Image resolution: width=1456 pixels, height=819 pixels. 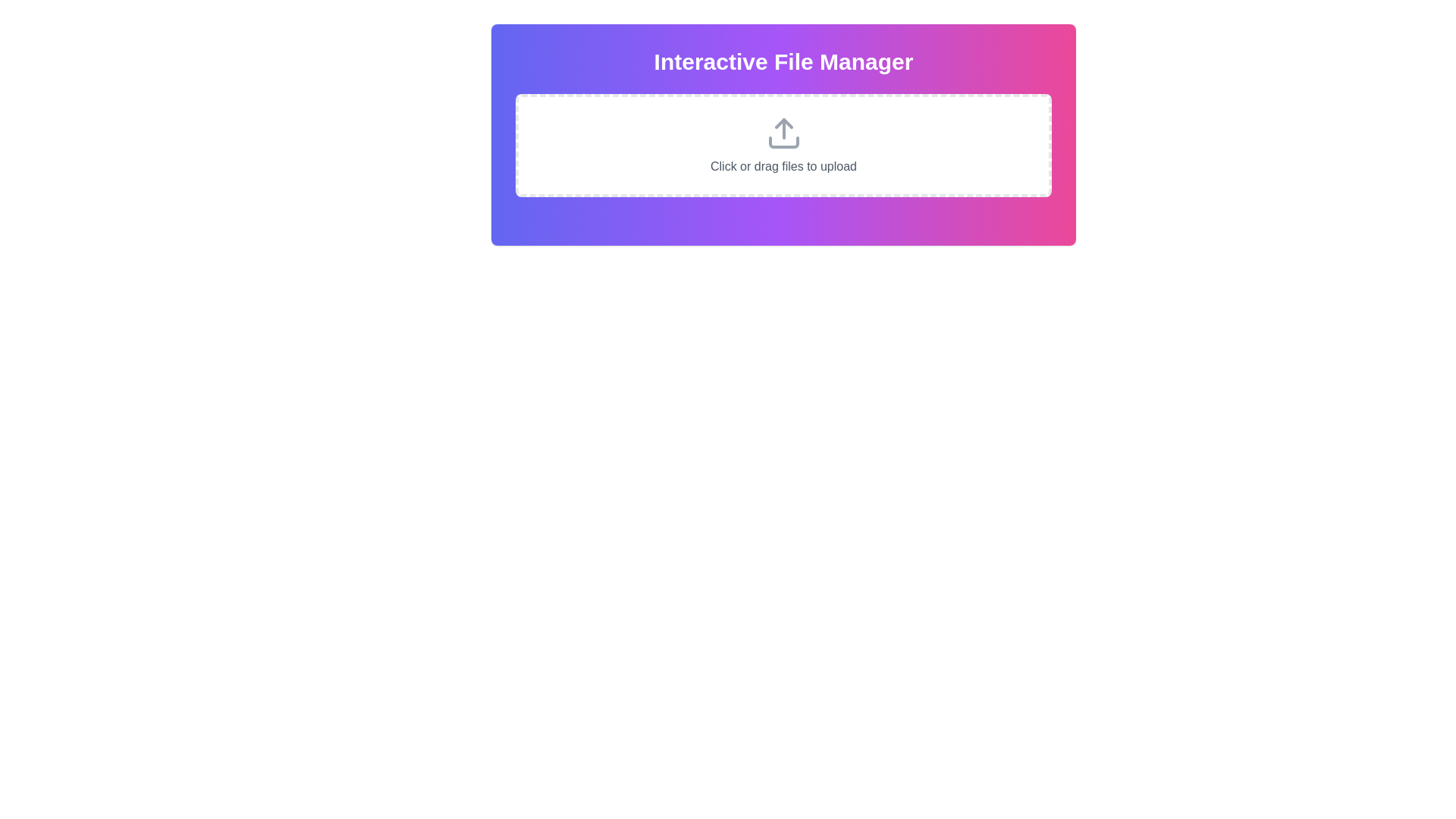 I want to click on contents of the 'Interactive File Manager' panel, which features a gradient background and an upload area with the text 'Click or drag files to upload', so click(x=783, y=133).